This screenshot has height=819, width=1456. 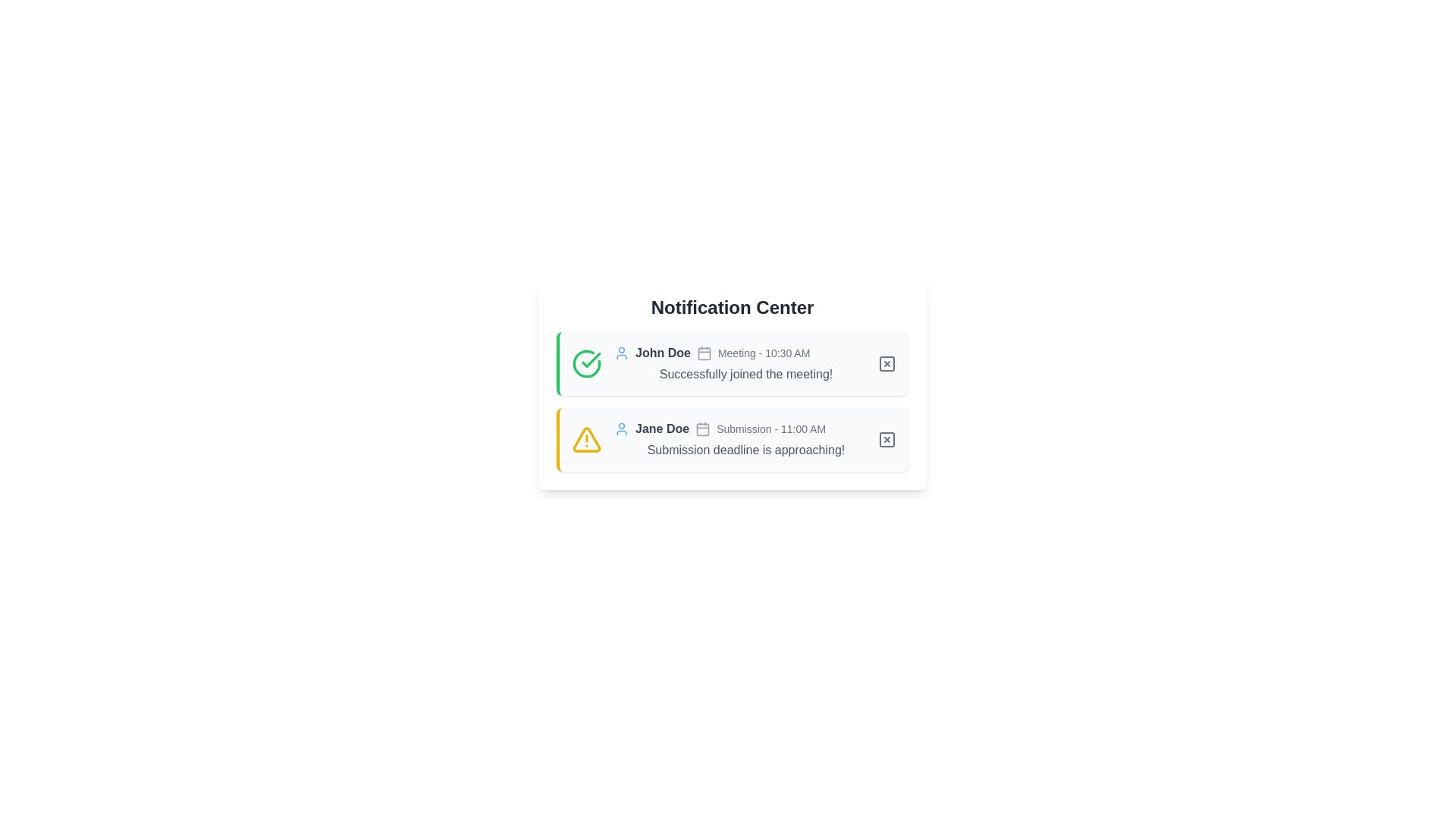 I want to click on the status update text element indicating successful meeting joining, located below the information bar for 'John Doe', so click(x=745, y=374).